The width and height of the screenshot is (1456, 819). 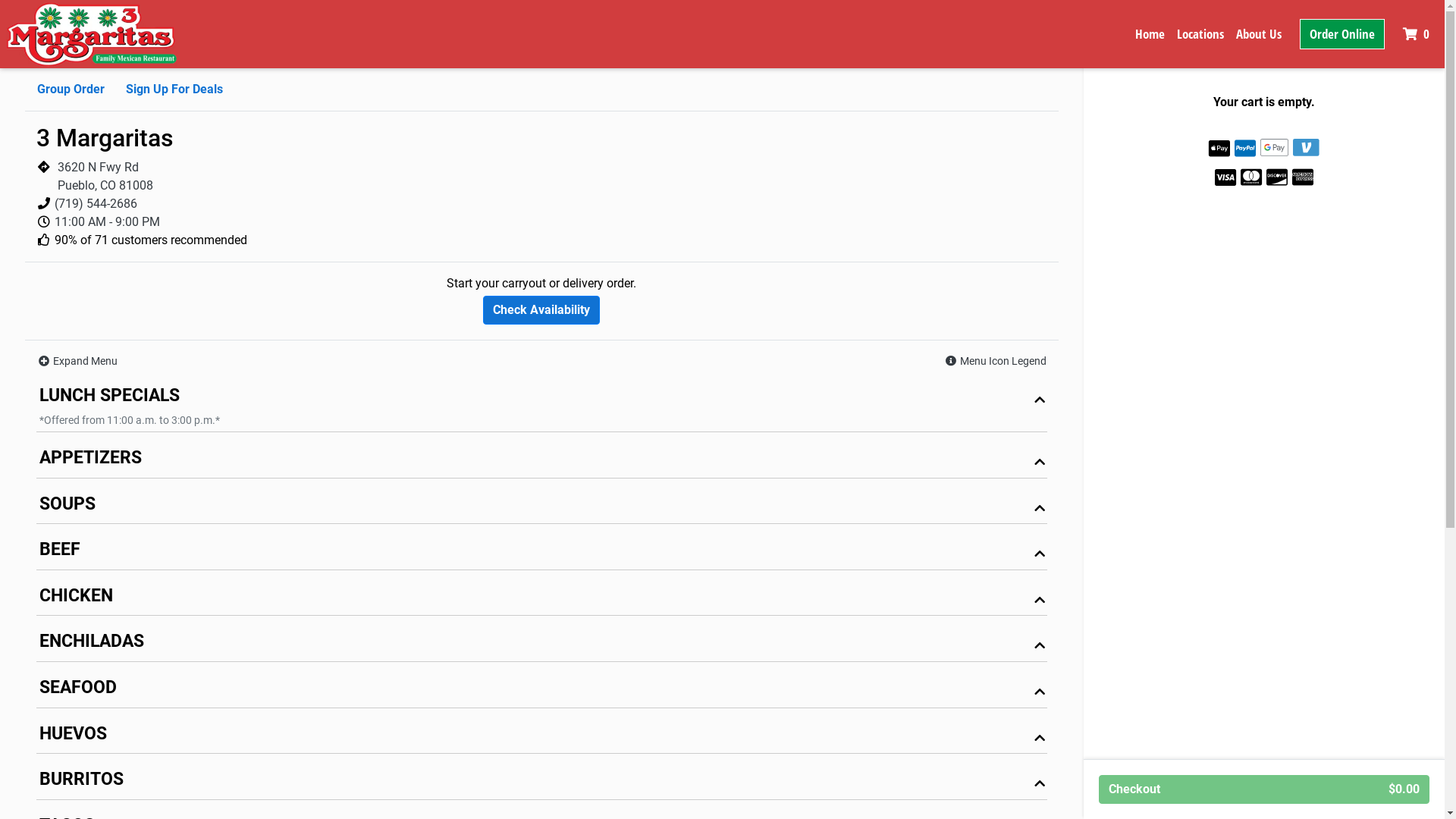 I want to click on 'Menu Icon Legend', so click(x=995, y=361).